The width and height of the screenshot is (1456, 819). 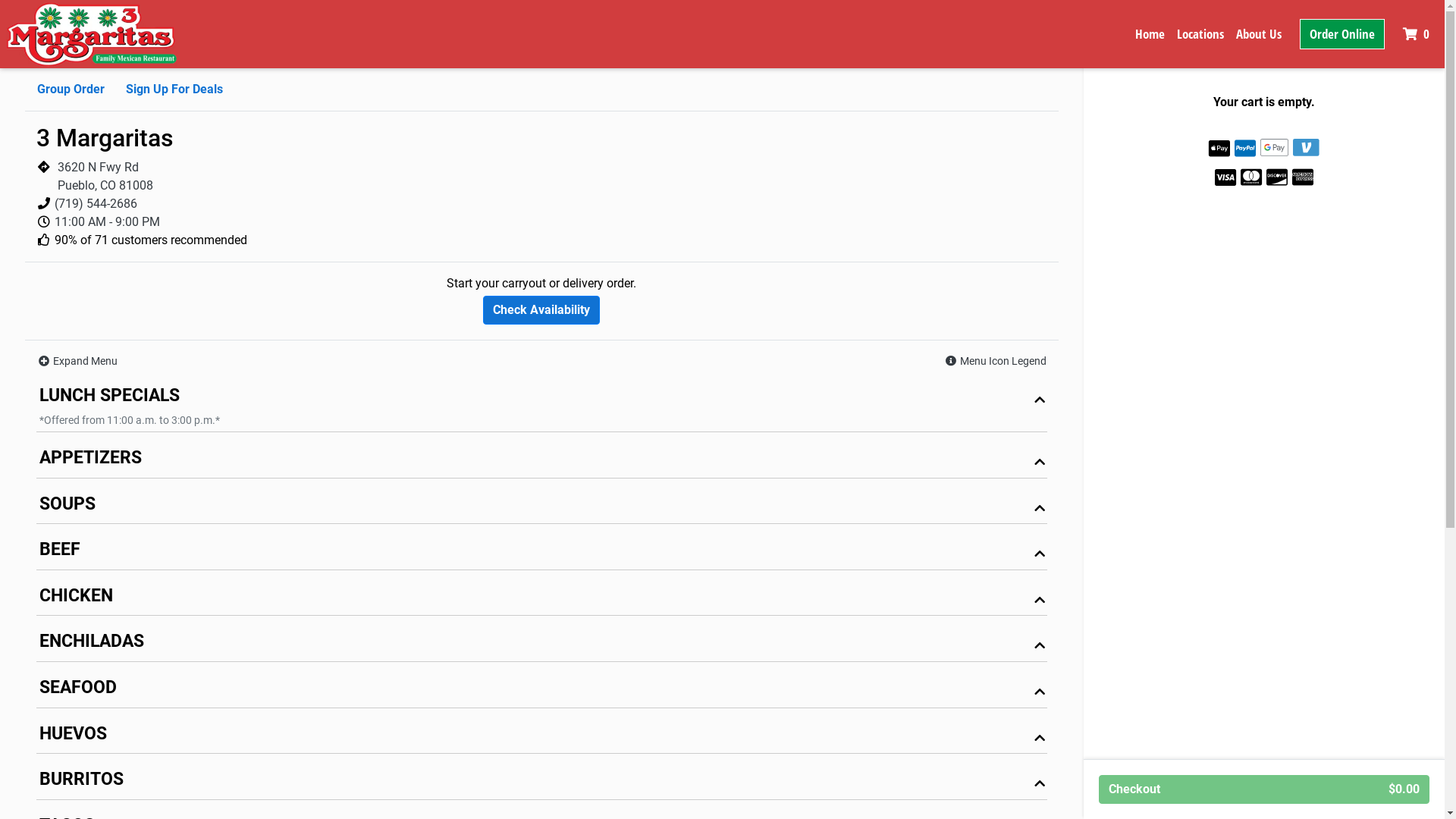 I want to click on 'Menu Icon Legend', so click(x=995, y=361).